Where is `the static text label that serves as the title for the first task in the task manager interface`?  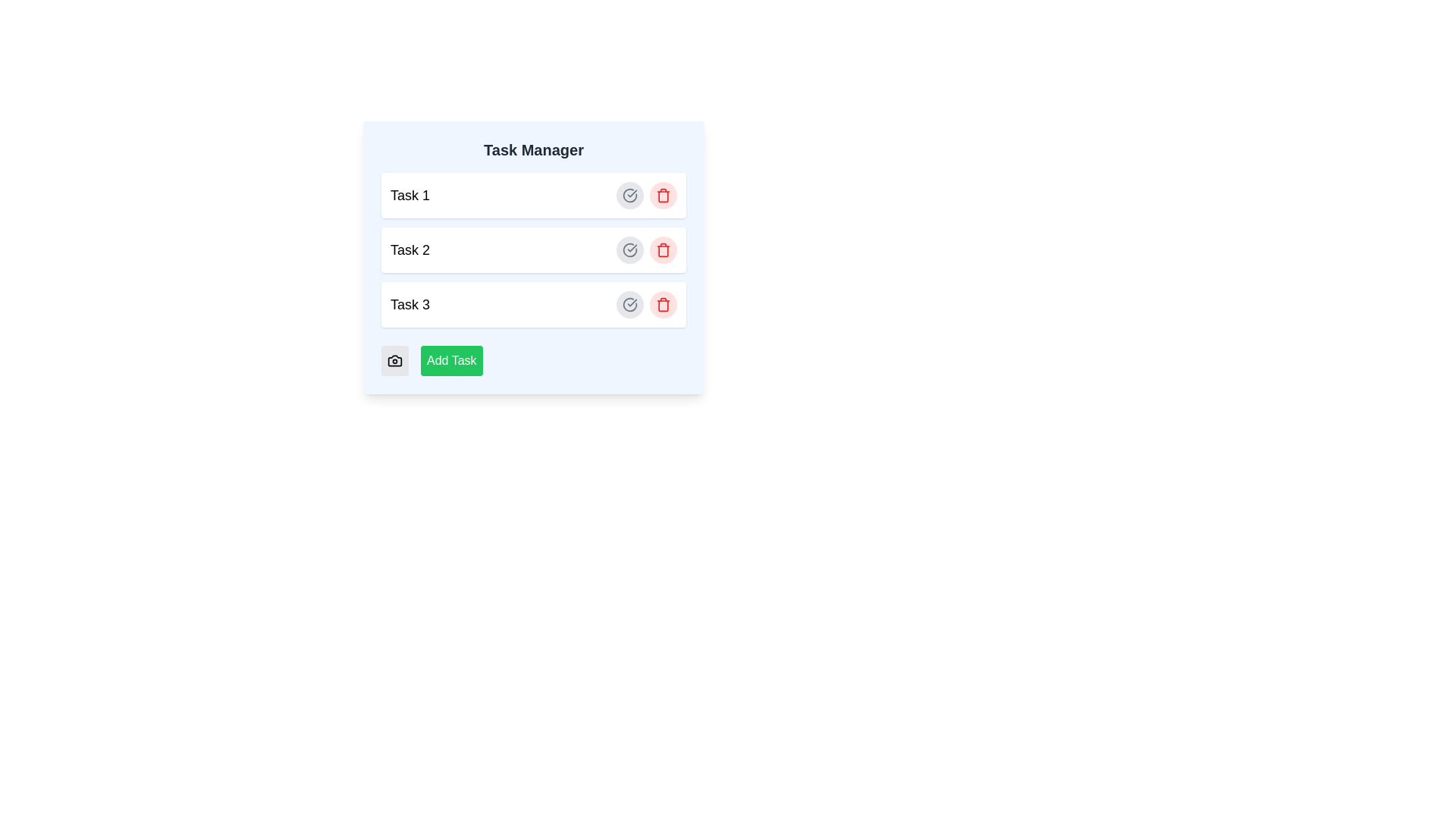
the static text label that serves as the title for the first task in the task manager interface is located at coordinates (410, 195).